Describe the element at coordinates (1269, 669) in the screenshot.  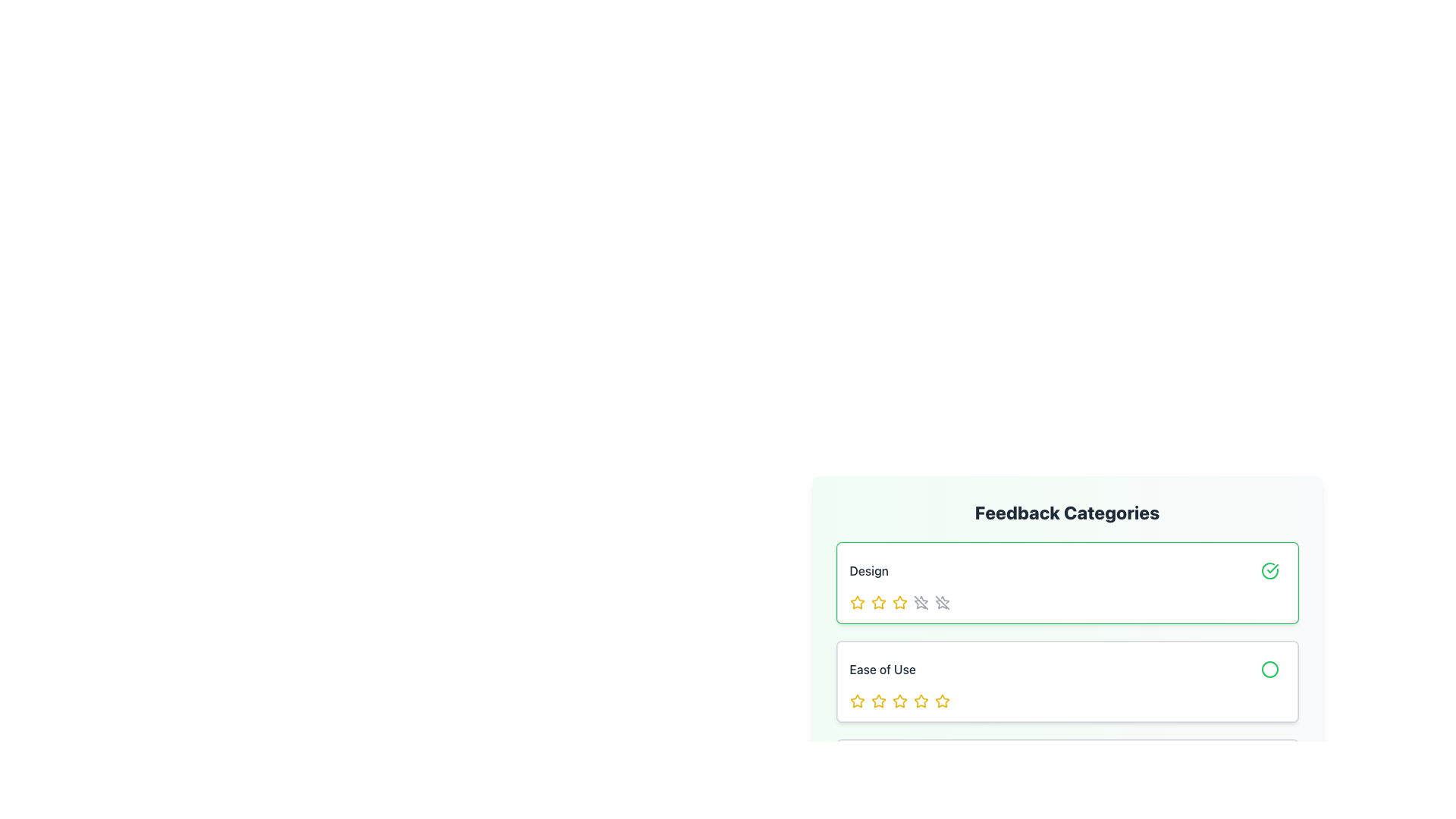
I see `the status indicator located in the 'Ease of Use' category, which appears to serve as a feedback indicator for selection status` at that location.